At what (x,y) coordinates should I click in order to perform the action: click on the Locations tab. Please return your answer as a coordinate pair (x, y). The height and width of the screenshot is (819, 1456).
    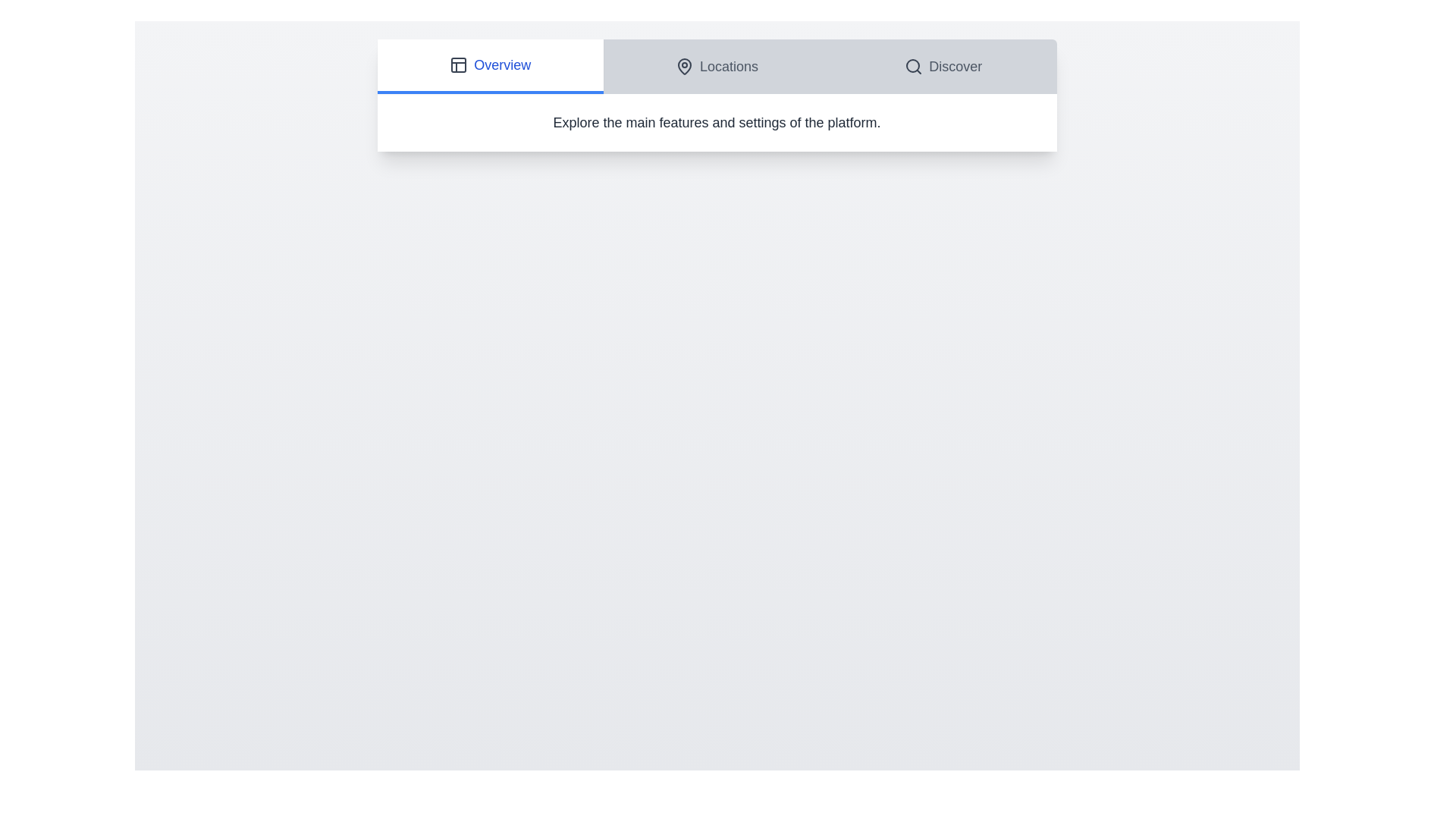
    Looking at the image, I should click on (716, 66).